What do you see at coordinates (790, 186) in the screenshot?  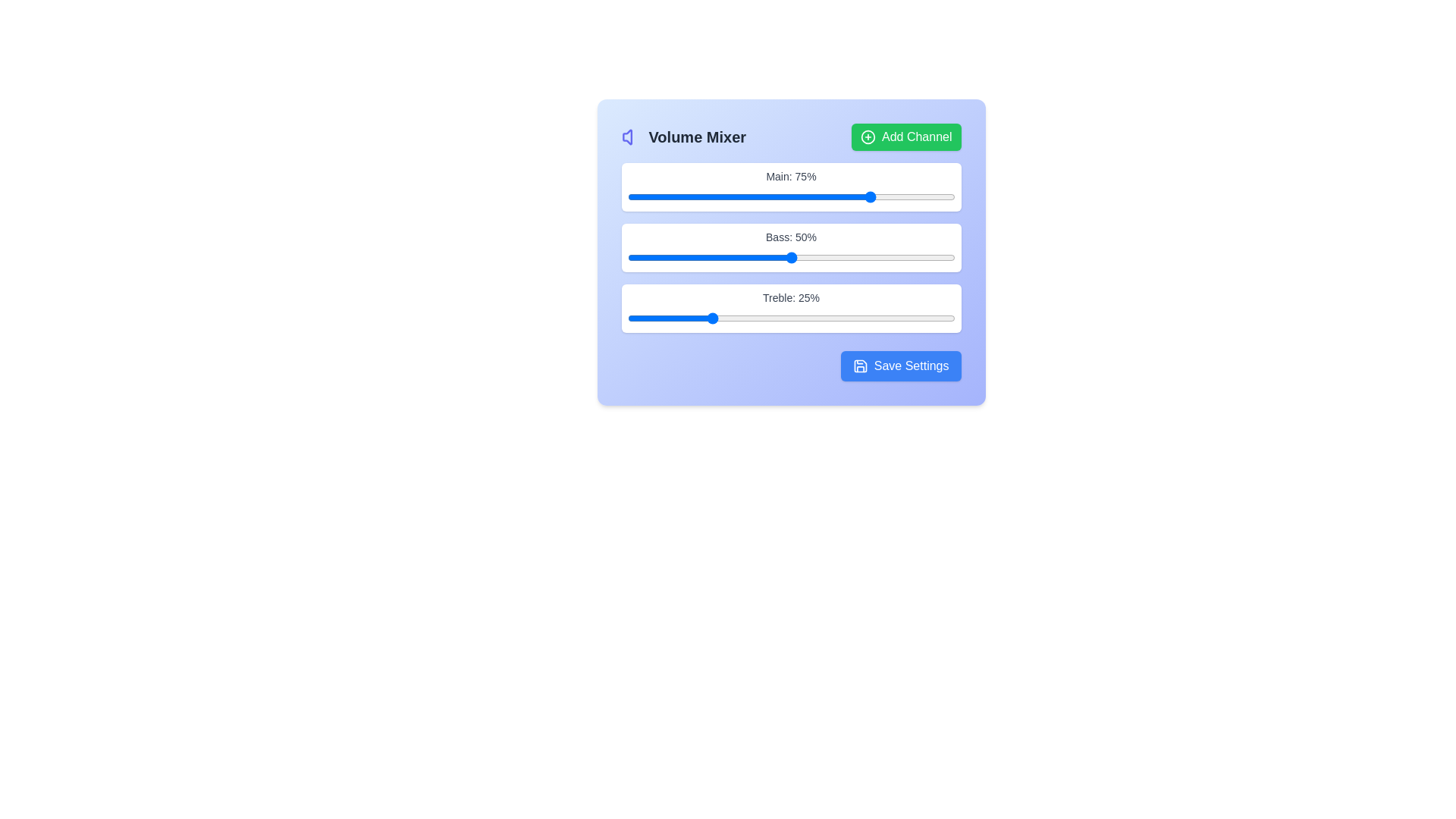 I see `the volume slider for the 'Main' channel, which is positioned above the 'Bass: 50%' and 'Treble: 25%' sliders in the Volume Mixer section of the interface` at bounding box center [790, 186].